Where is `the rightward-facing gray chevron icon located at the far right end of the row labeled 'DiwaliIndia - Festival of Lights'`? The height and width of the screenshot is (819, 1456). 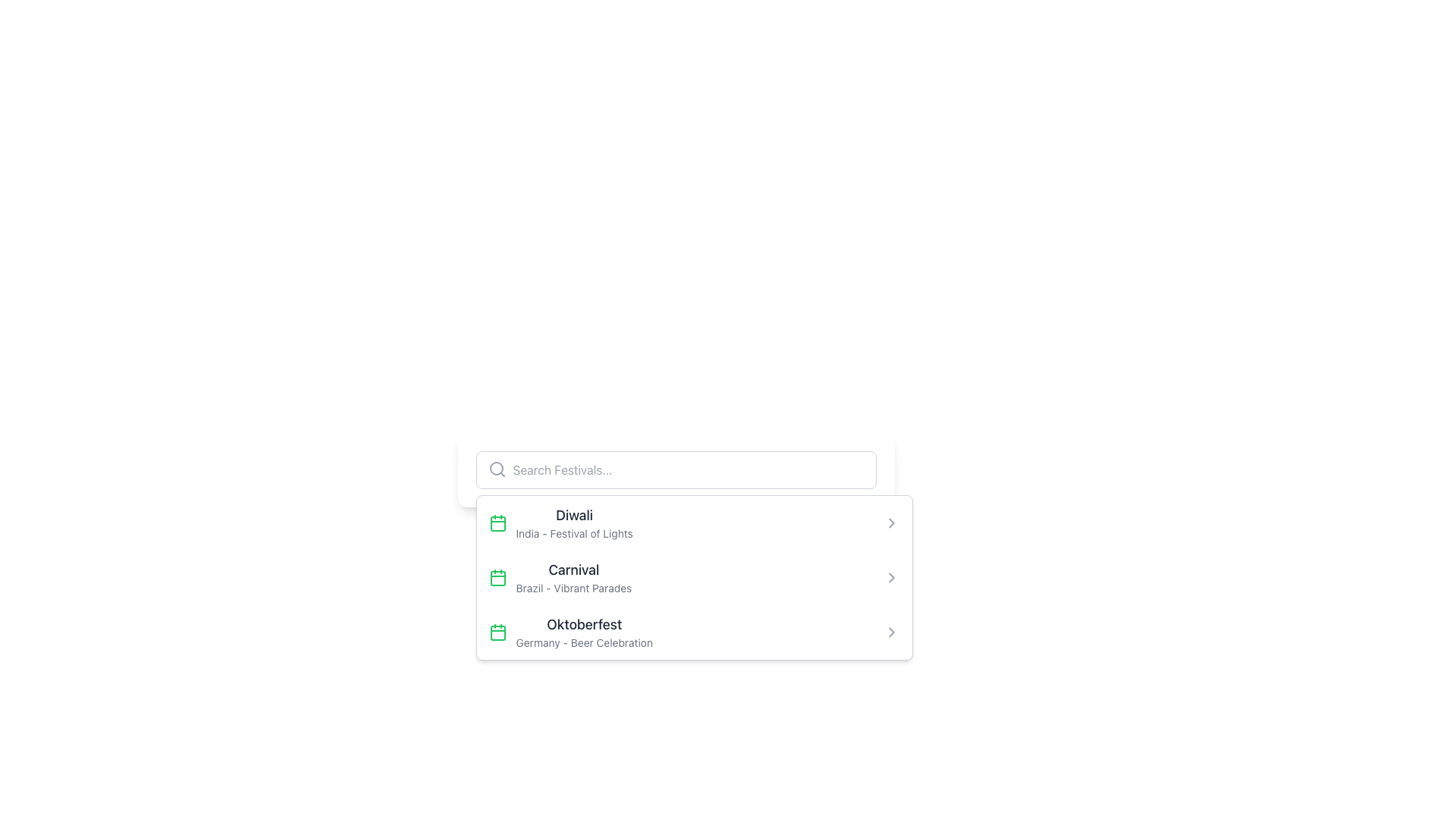 the rightward-facing gray chevron icon located at the far right end of the row labeled 'DiwaliIndia - Festival of Lights' is located at coordinates (891, 522).